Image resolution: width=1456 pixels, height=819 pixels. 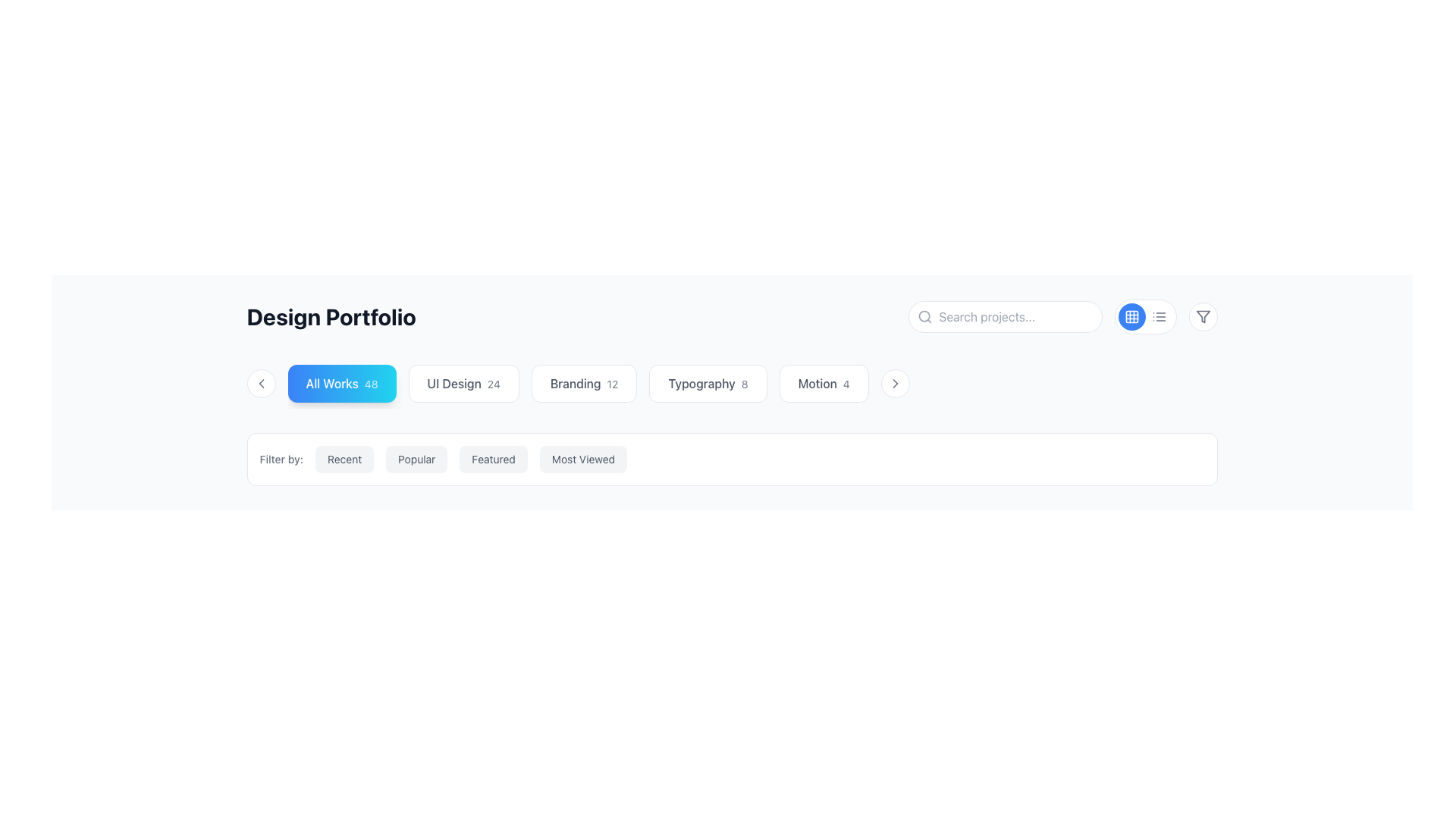 I want to click on the text element that reads 'Design Portfolio', which is bold and dark, located at the top-left section of the header area, so click(x=331, y=315).